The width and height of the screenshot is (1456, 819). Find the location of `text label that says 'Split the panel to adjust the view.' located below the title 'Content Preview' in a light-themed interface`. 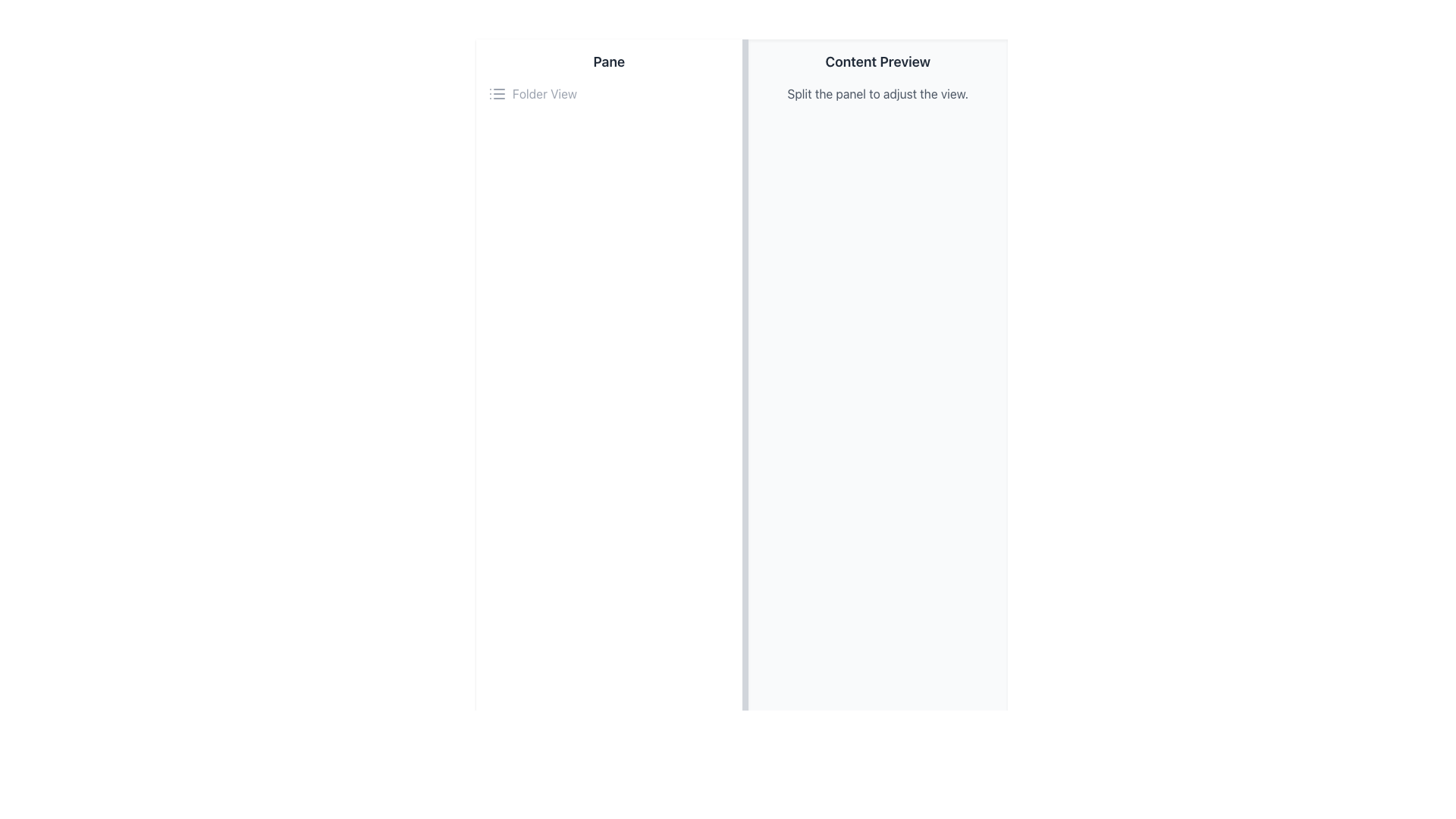

text label that says 'Split the panel to adjust the view.' located below the title 'Content Preview' in a light-themed interface is located at coordinates (877, 93).